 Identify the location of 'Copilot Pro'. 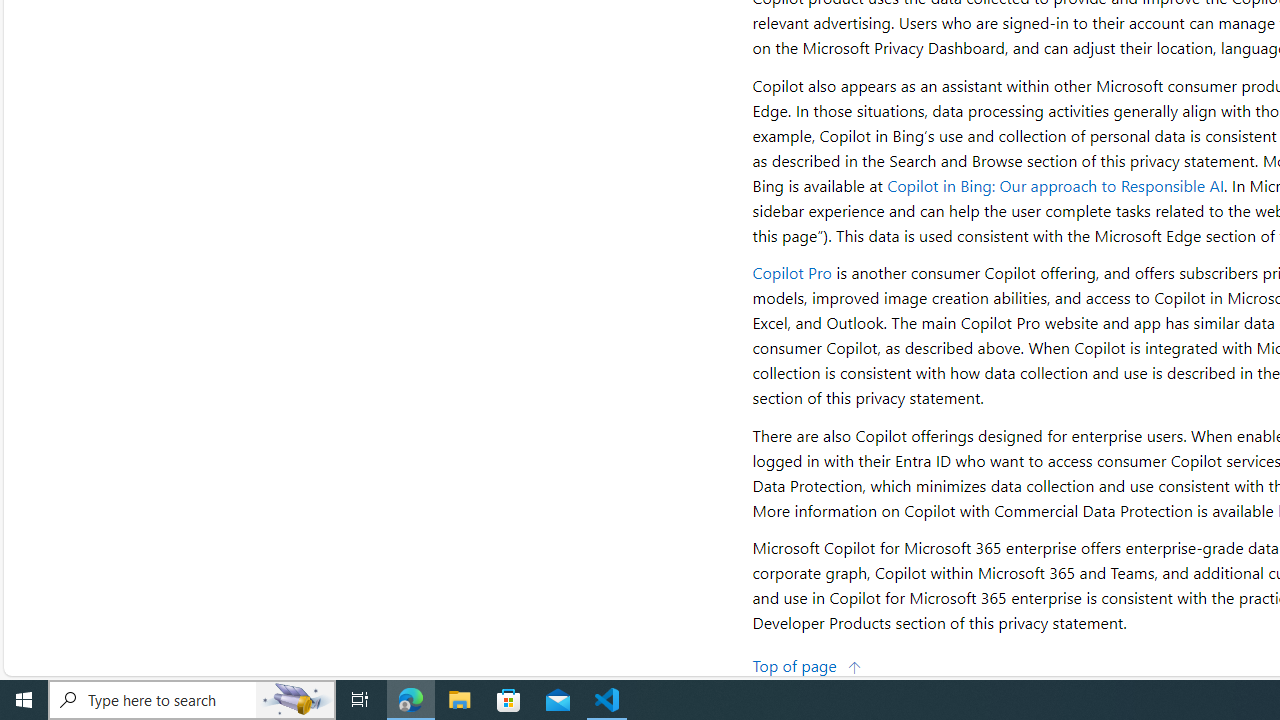
(791, 272).